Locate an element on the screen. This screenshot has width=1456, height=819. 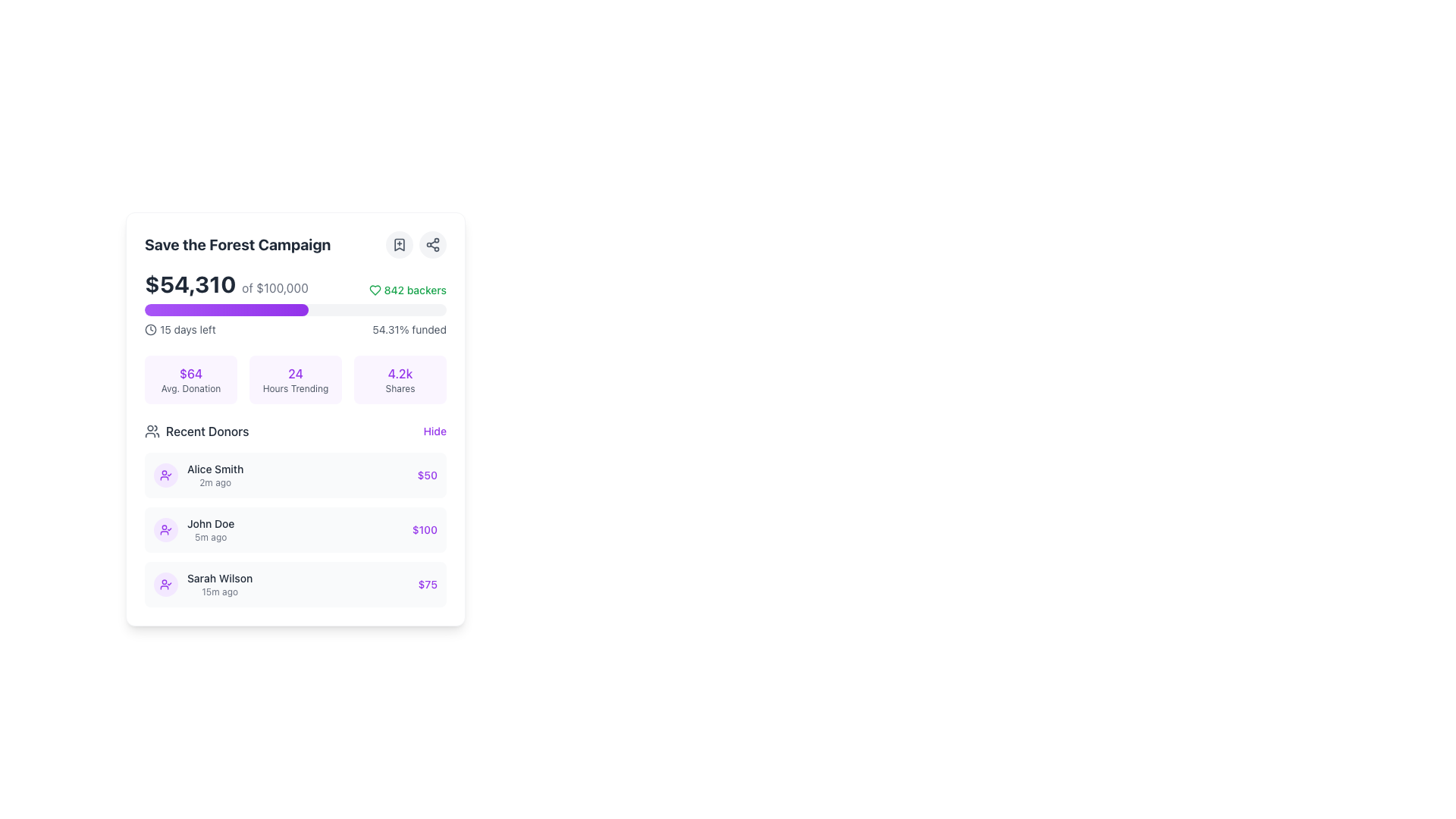
the icon of the 'Alice Smith' donor entry in the 'Recent Donors' list is located at coordinates (198, 475).